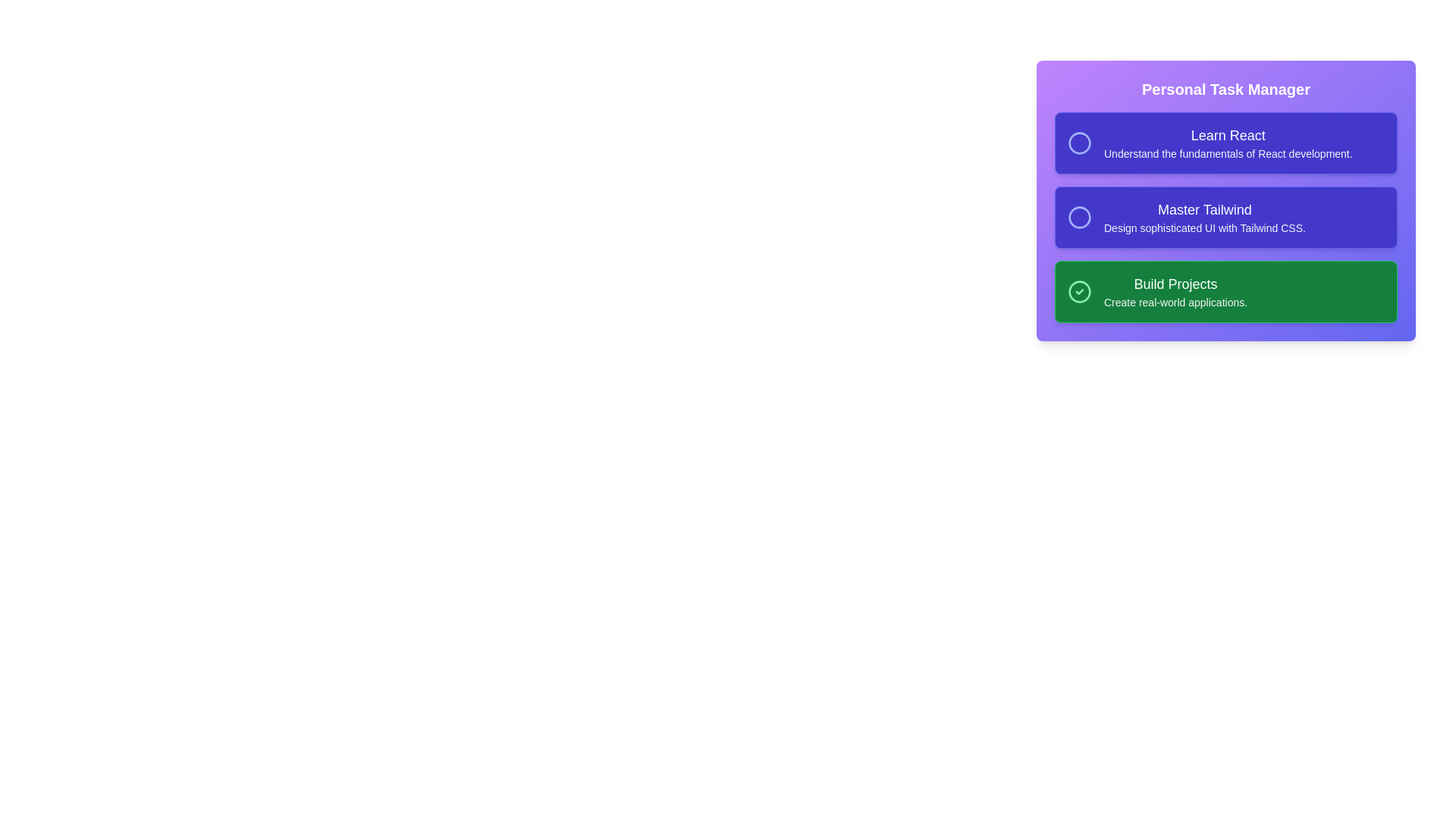  I want to click on the task card labeled 'Master Tailwind' to toggle its completion state, so click(1226, 217).